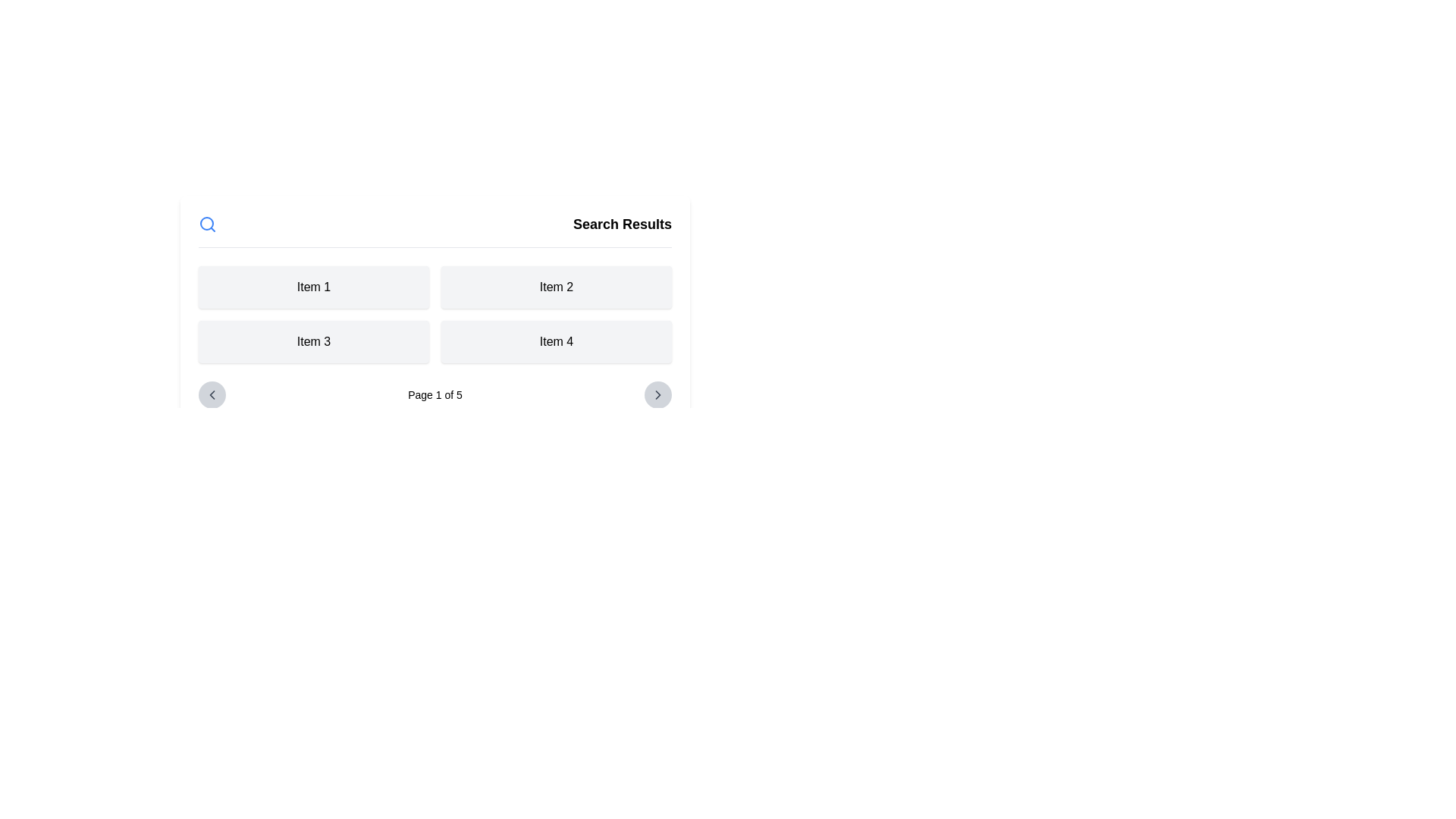 The height and width of the screenshot is (819, 1456). Describe the element at coordinates (658, 394) in the screenshot. I see `the chevron arrow icon located in the bottom-right corner of the interface` at that location.